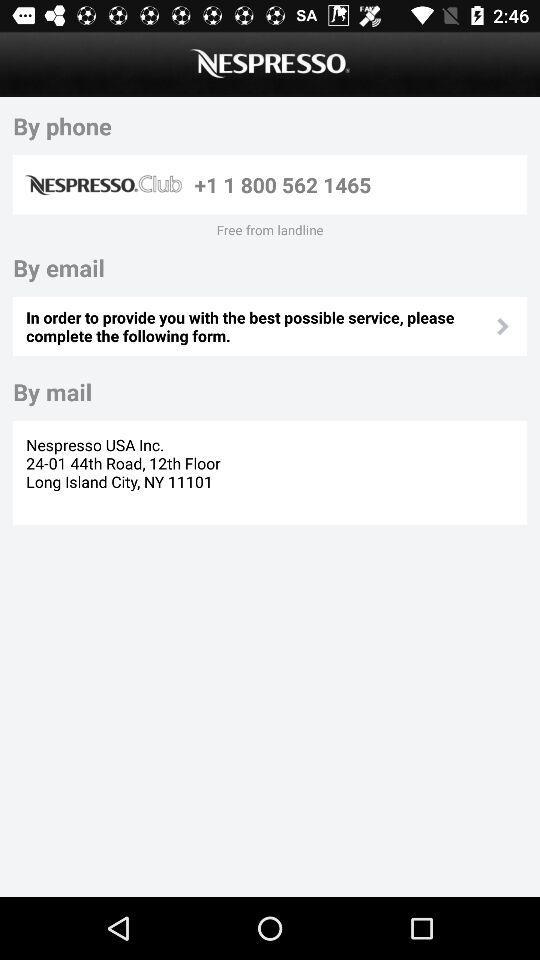 This screenshot has height=960, width=540. What do you see at coordinates (259, 326) in the screenshot?
I see `icon above by mail icon` at bounding box center [259, 326].